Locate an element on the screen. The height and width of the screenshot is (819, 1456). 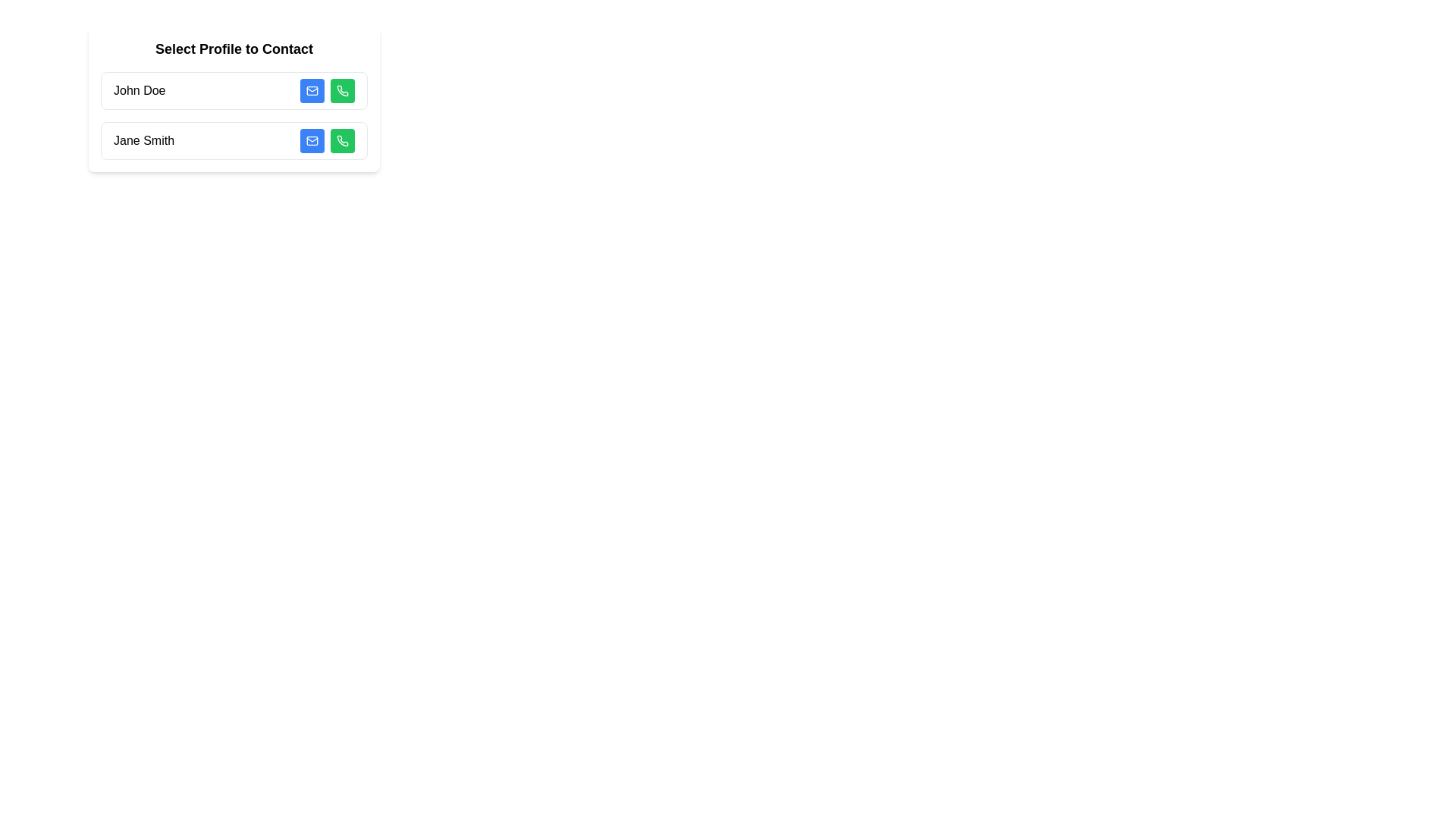
the green button with rounded corners and a phone icon is located at coordinates (341, 140).